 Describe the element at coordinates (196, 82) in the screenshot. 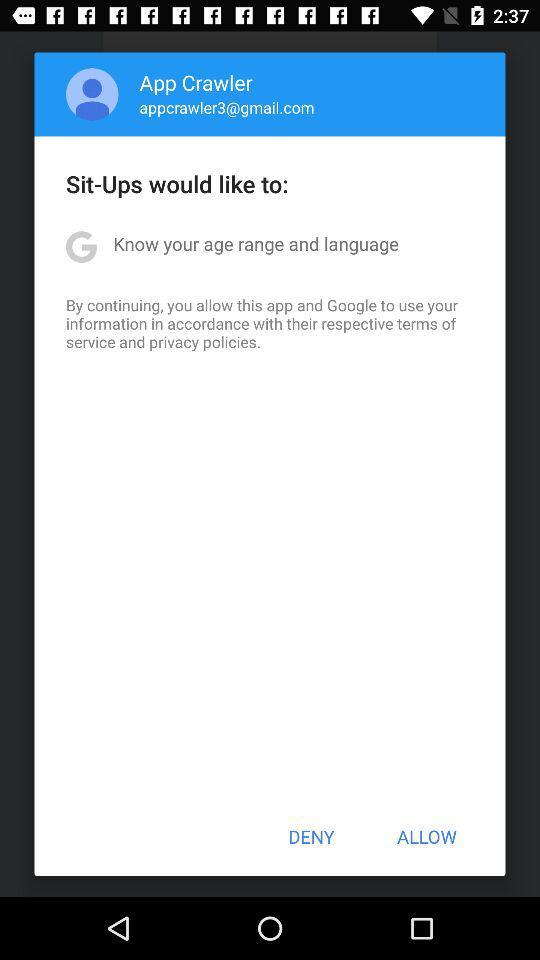

I see `app crawler item` at that location.